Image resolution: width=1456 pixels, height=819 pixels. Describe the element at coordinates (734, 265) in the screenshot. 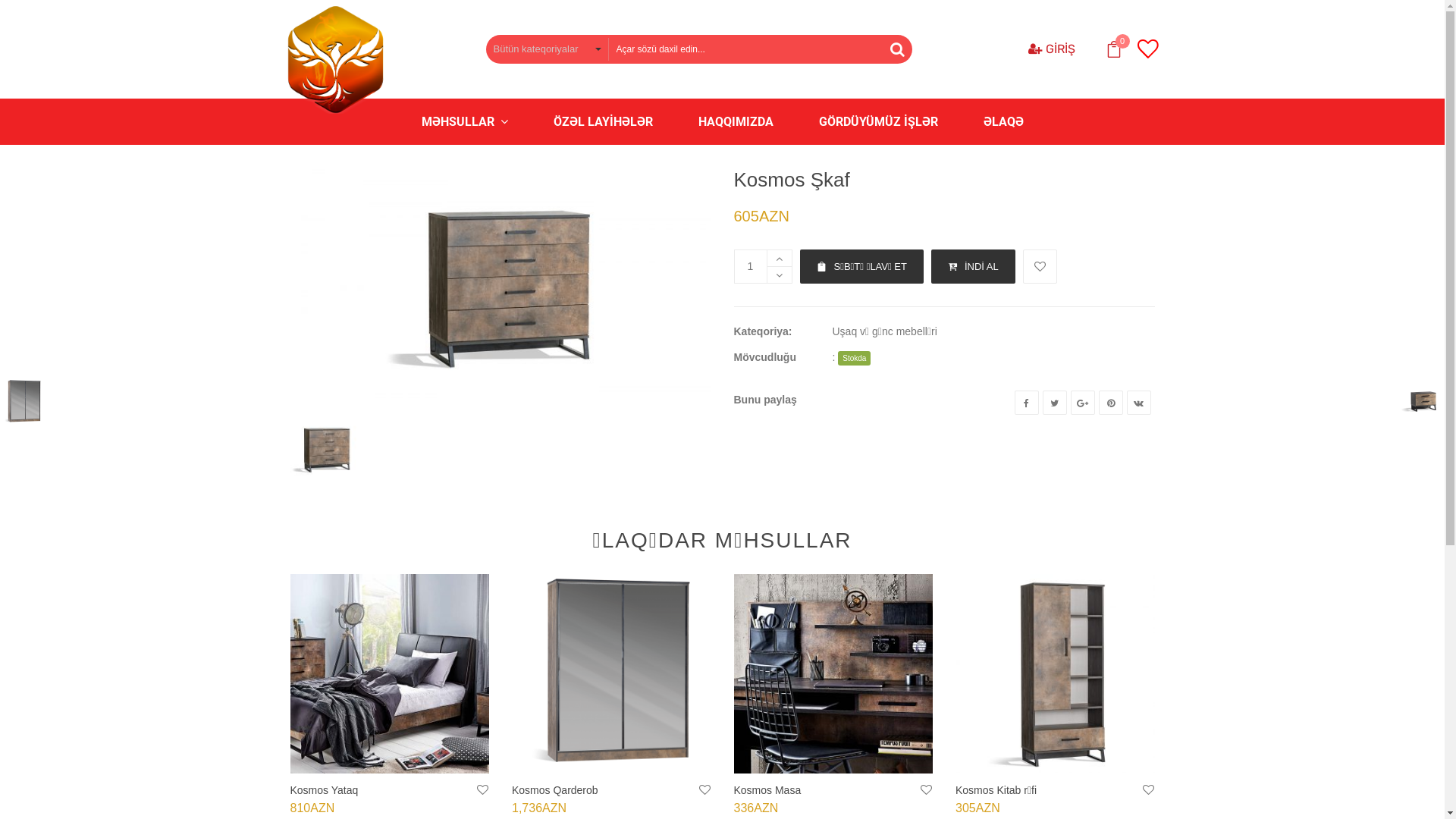

I see `'Miqdar'` at that location.